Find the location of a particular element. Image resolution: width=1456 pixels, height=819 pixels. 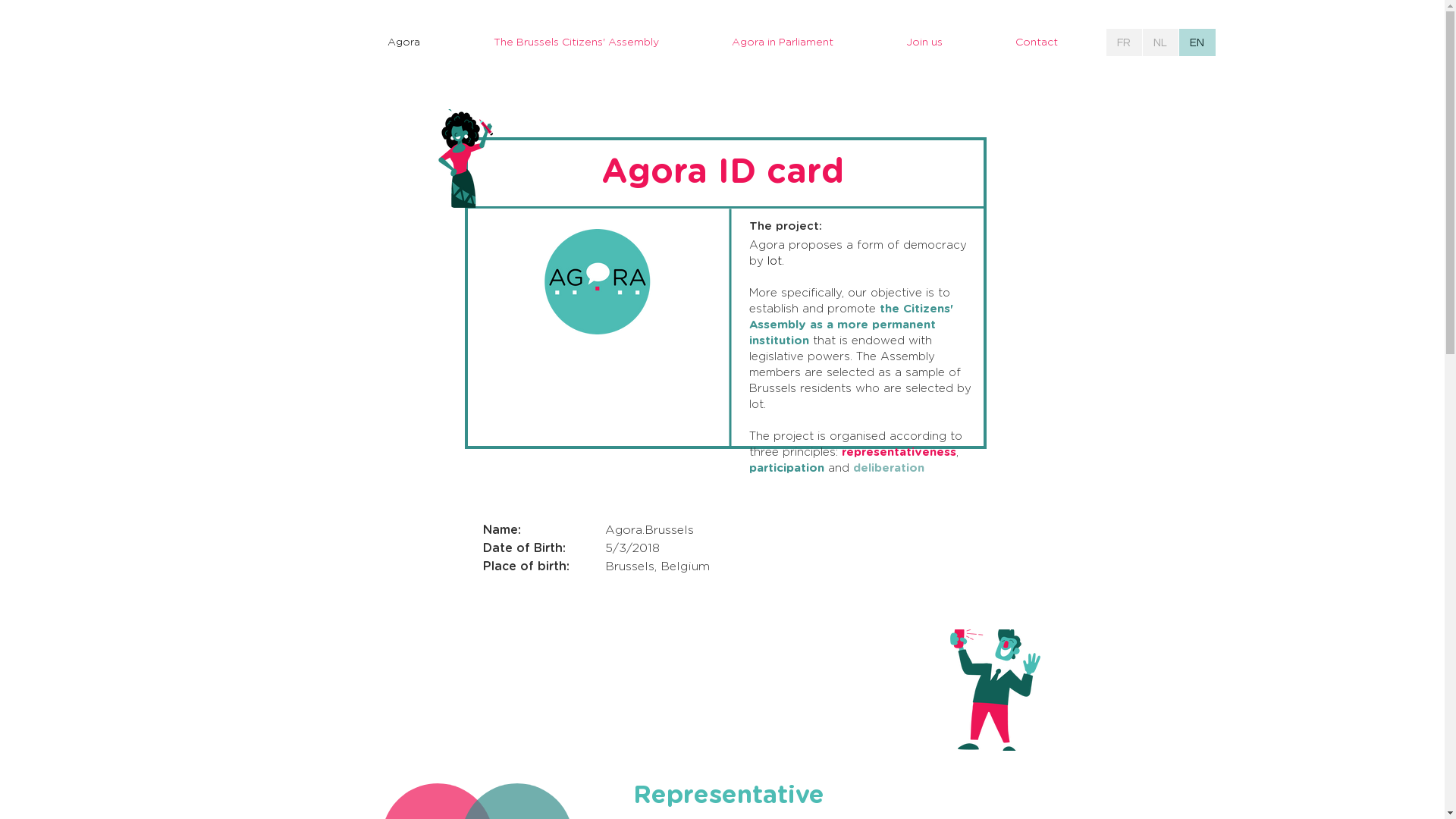

'Agora' is located at coordinates (403, 42).